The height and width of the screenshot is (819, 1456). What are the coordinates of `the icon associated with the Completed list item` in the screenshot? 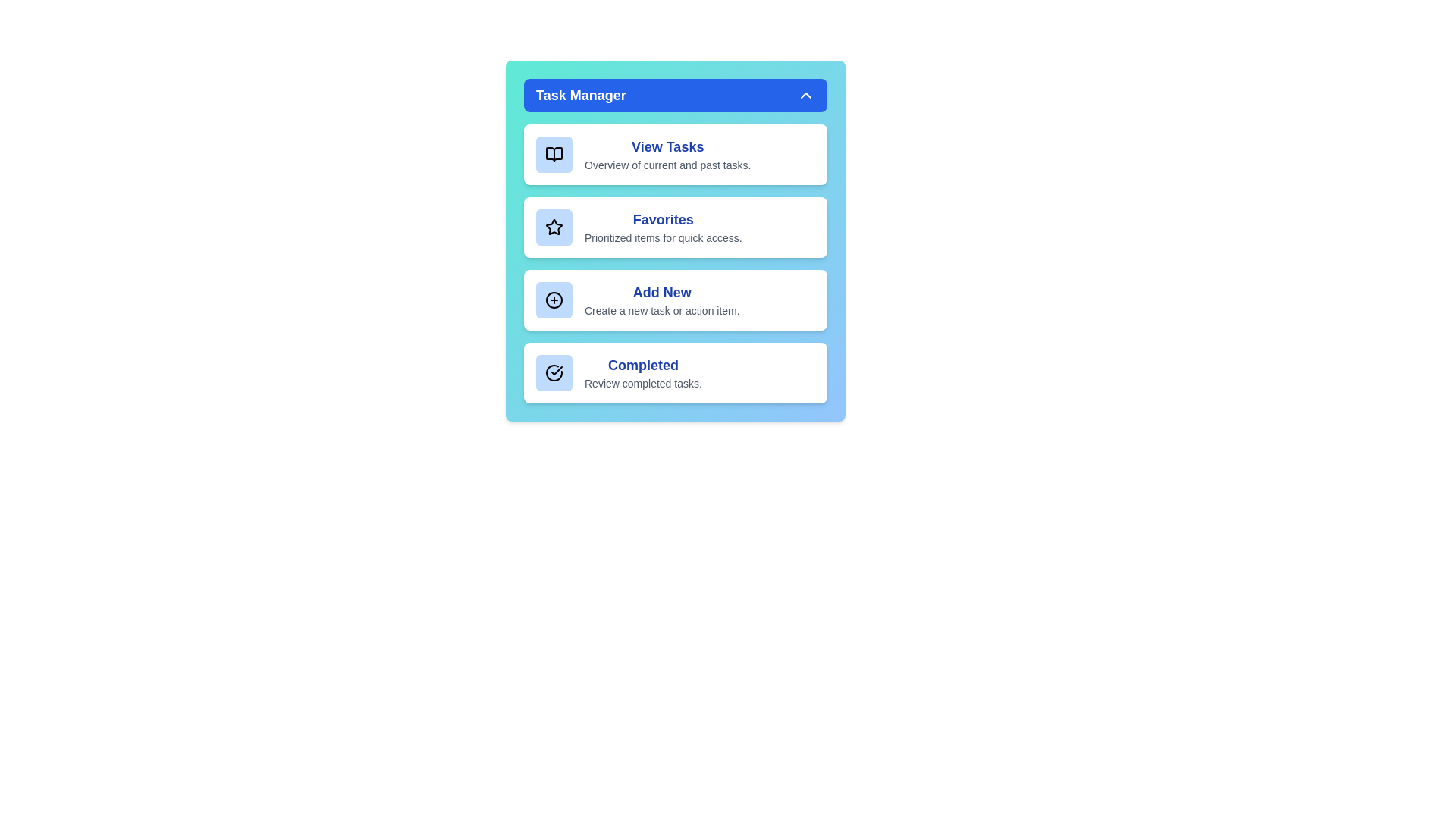 It's located at (553, 373).